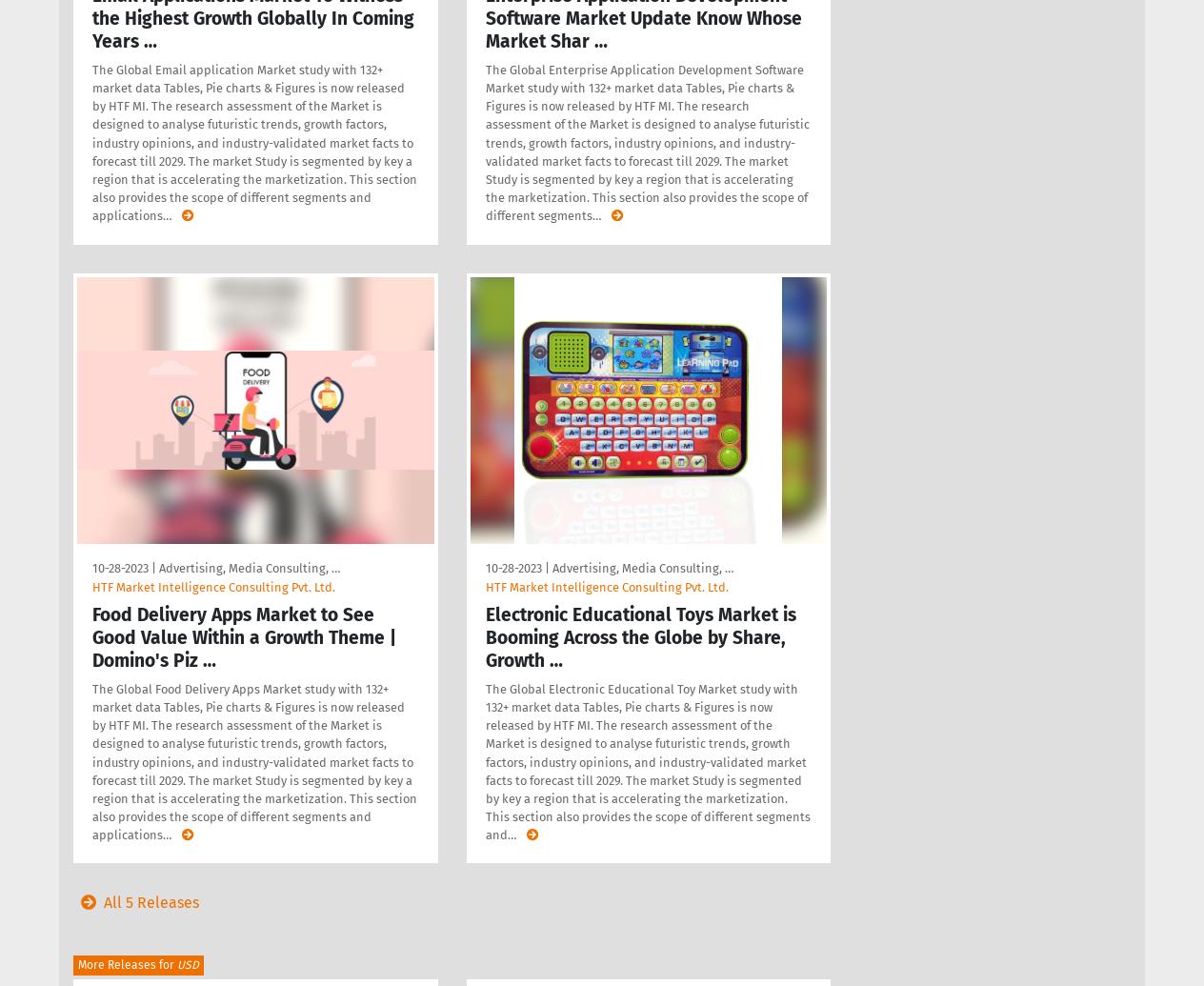 The image size is (1204, 986). I want to click on 'The Global Email application Market study with 132+ market data Tables, Pie charts & Figures is now released by HTF MI. The research assessment of the Market is designed to analyse futuristic trends, growth factors, industry opinions, and industry-validated market facts to forecast till 2029. 
The market Study is segmented by key a region that is accelerating the marketization. 
This section also provides the scope of different segments and applications', so click(254, 142).